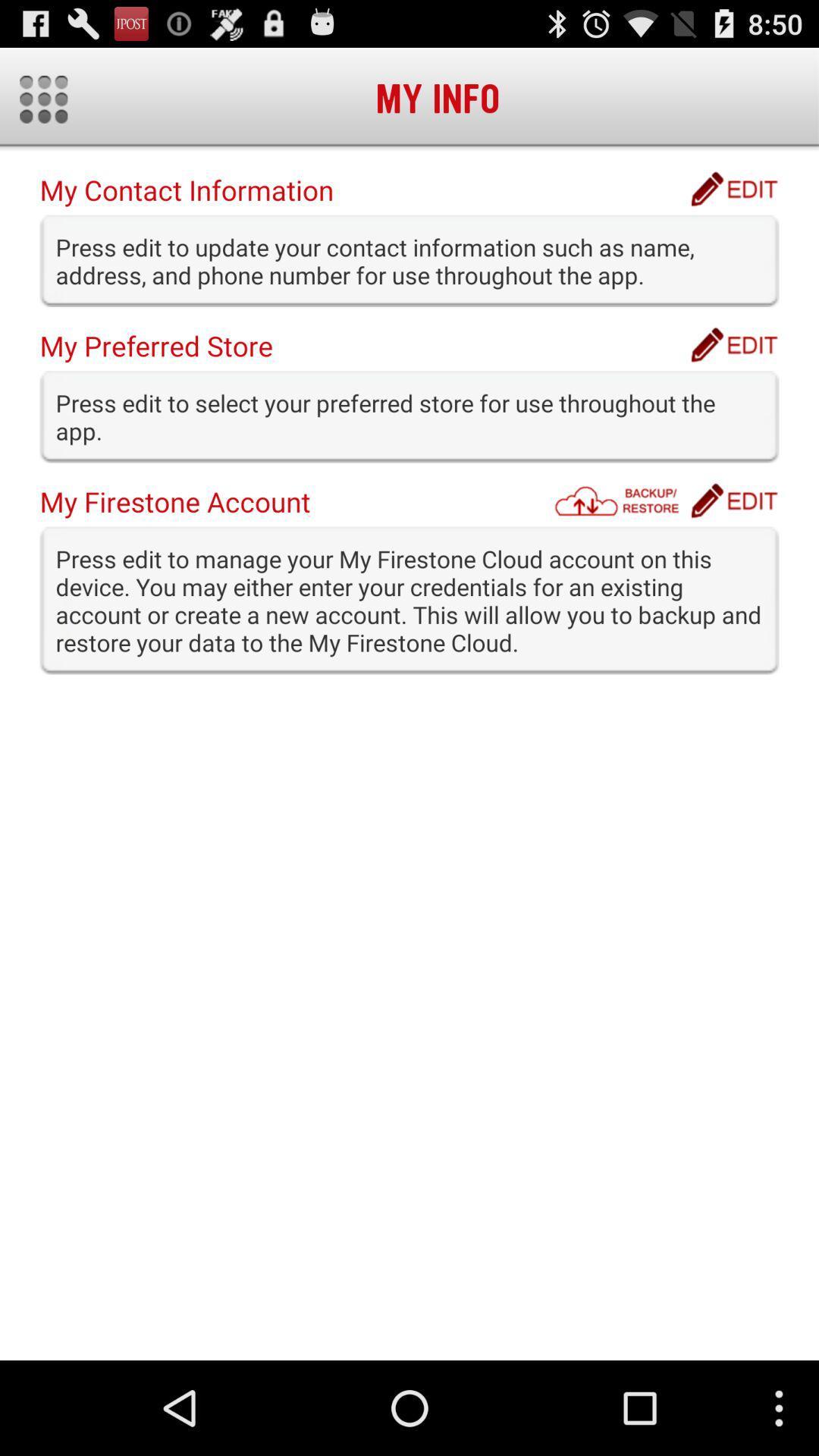  What do you see at coordinates (42, 99) in the screenshot?
I see `toggles options` at bounding box center [42, 99].